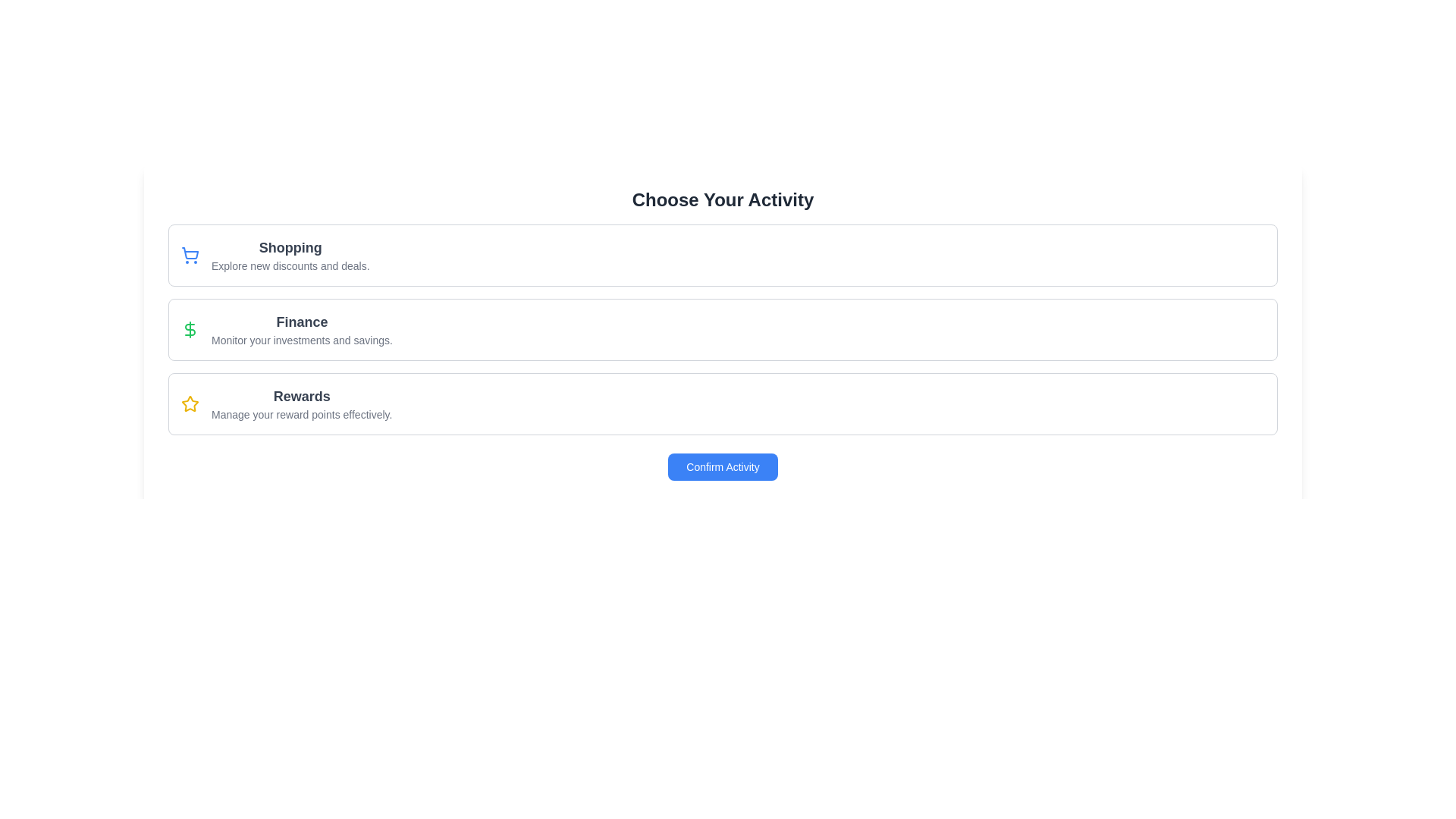 The width and height of the screenshot is (1456, 819). I want to click on the blue shopping cart icon located at the left edge of the 'Shopping' option in the 'Choose Your Activity' list, so click(189, 254).